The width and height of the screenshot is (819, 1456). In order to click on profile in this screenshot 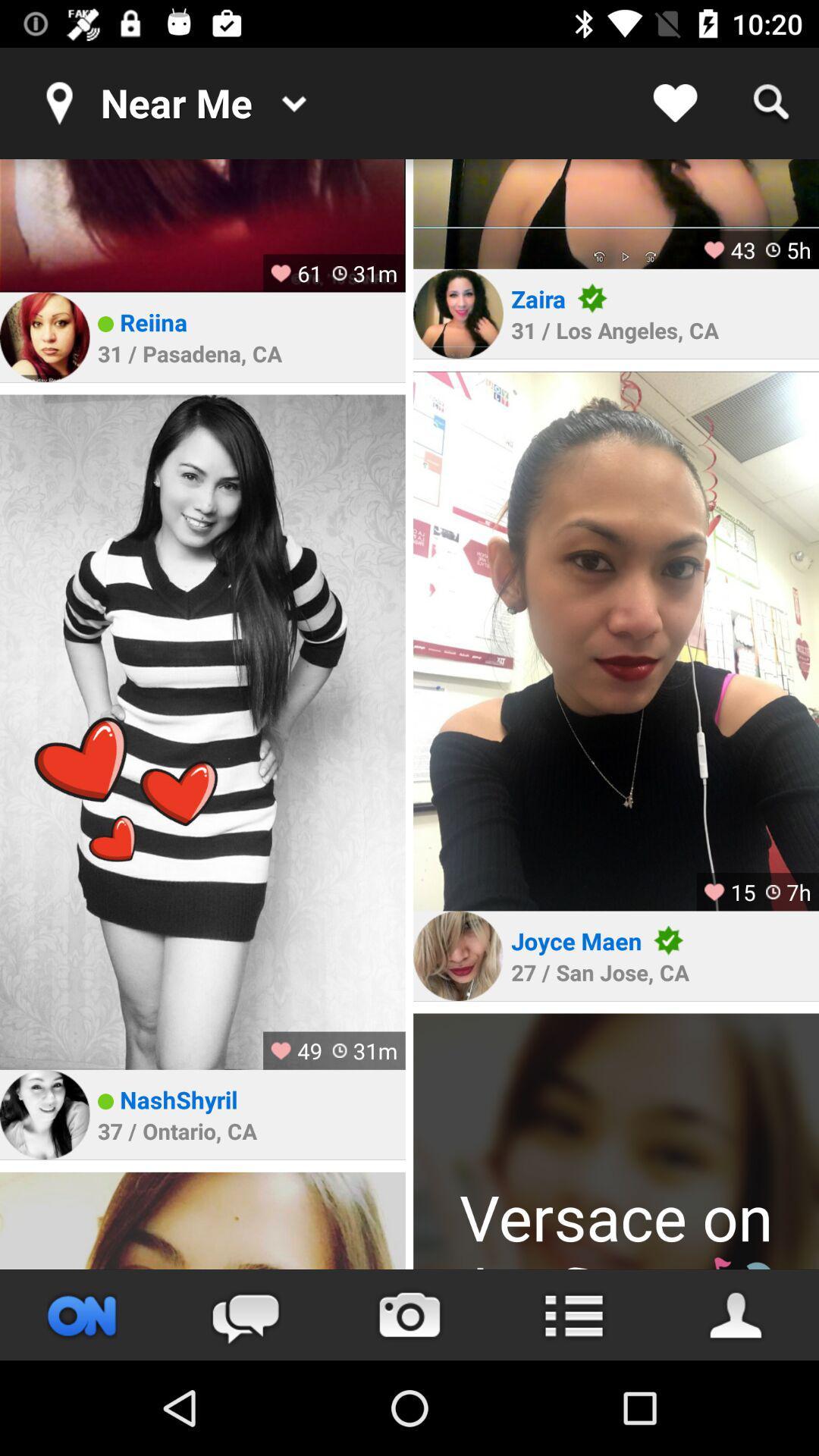, I will do `click(616, 641)`.